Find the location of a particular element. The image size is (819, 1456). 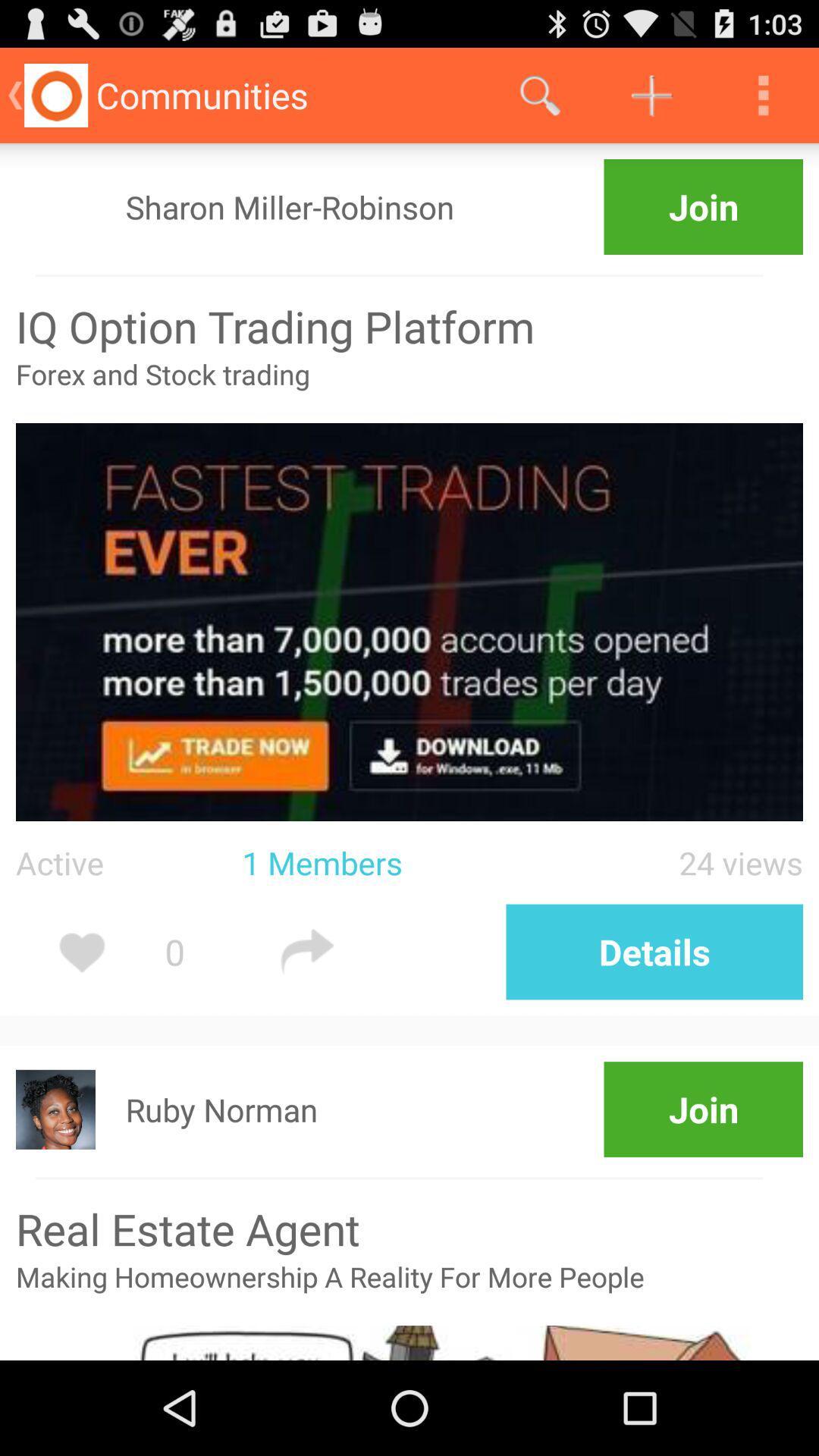

the button above join is located at coordinates (654, 952).